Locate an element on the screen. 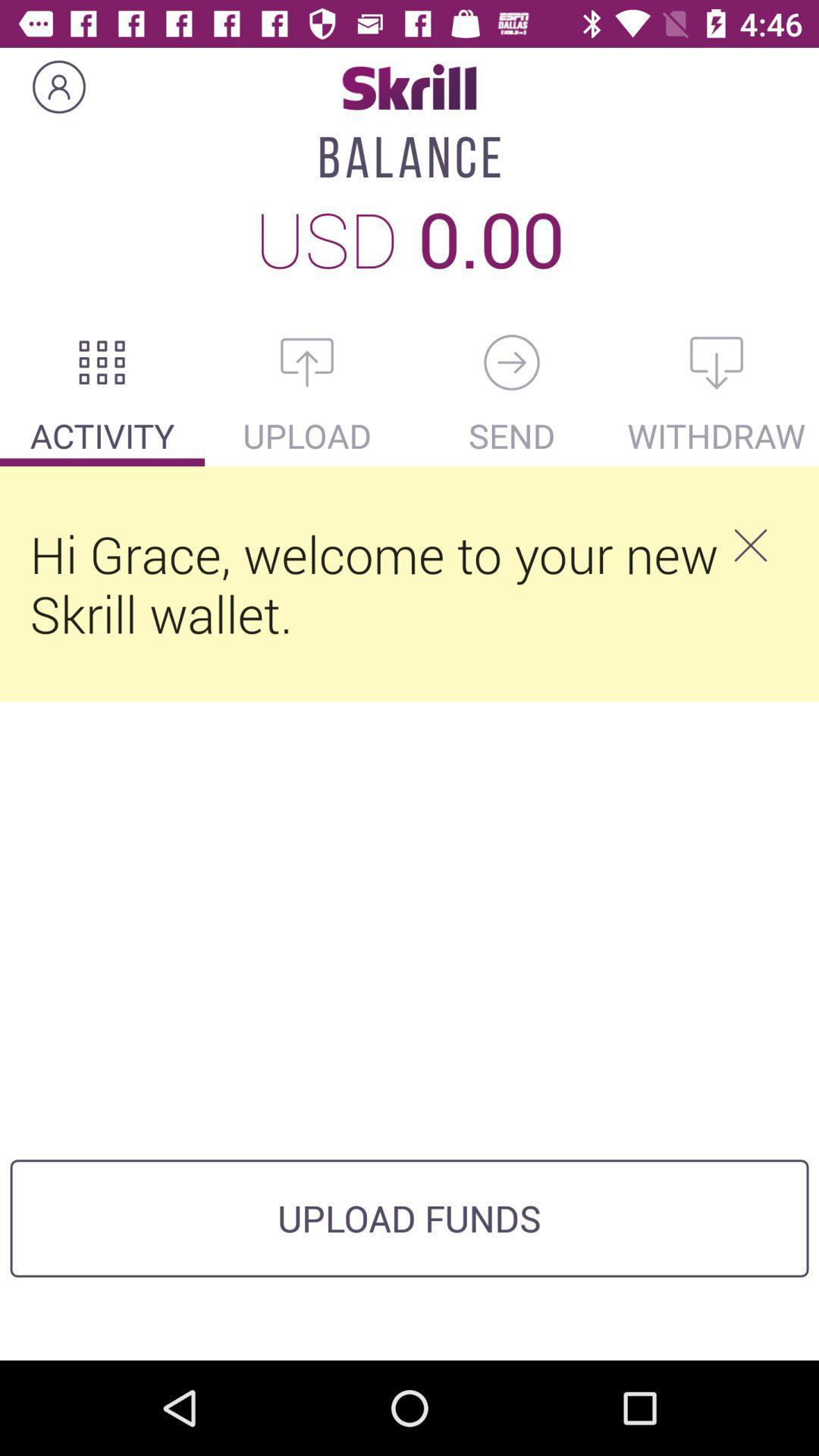 The image size is (819, 1456). icon next to hi grace welcome icon is located at coordinates (749, 545).